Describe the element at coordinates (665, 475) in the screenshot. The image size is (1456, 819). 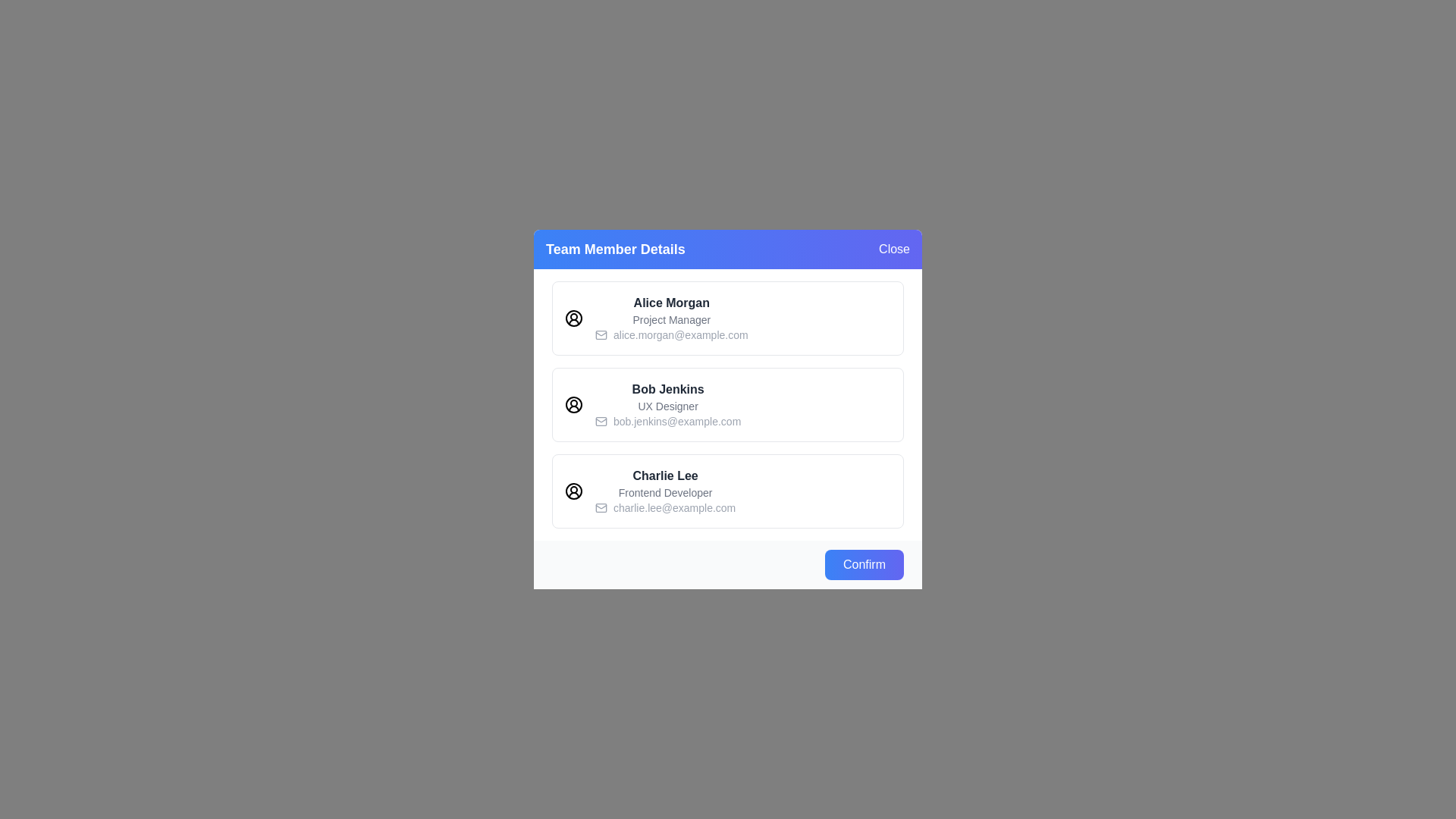
I see `the text element displaying the name of a team member, which is located in the first position of the third card from the top in a vertically stacked list of team members` at that location.